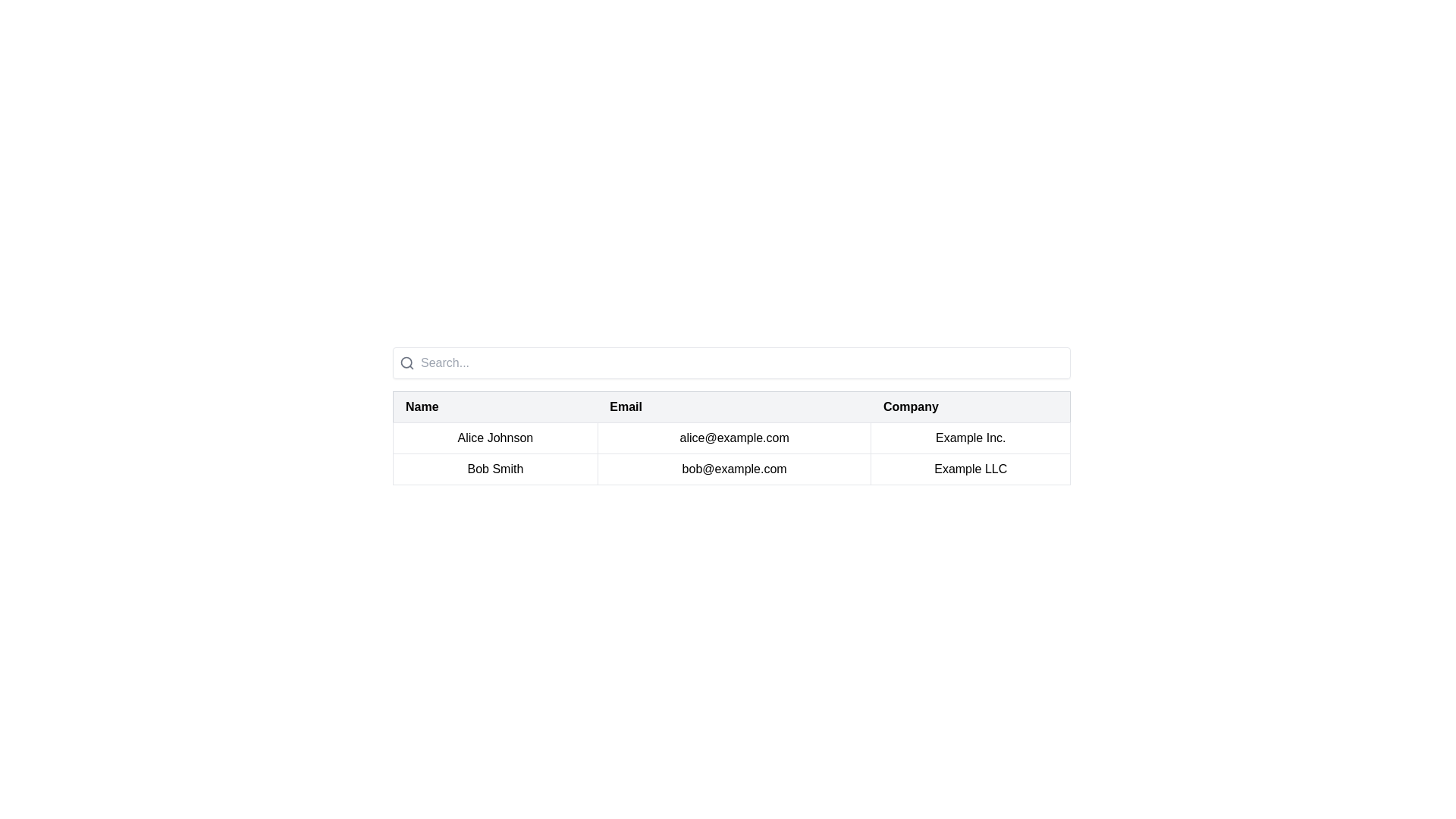 The width and height of the screenshot is (1456, 819). What do you see at coordinates (422, 406) in the screenshot?
I see `the 'Name' text label, which is styled in bold and positioned in the top-left corner of the data table header row` at bounding box center [422, 406].